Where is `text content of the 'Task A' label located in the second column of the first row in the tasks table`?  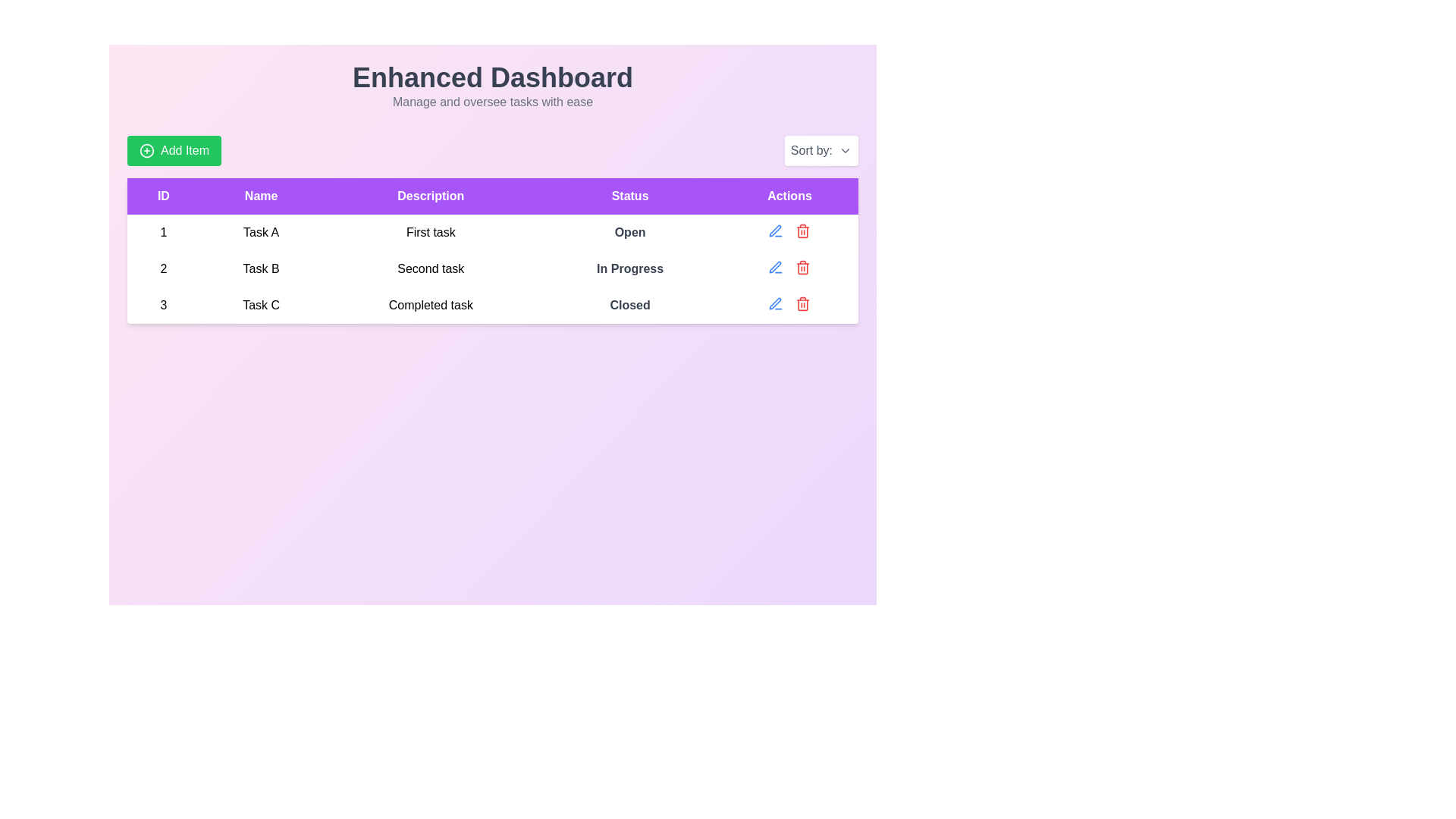 text content of the 'Task A' label located in the second column of the first row in the tasks table is located at coordinates (261, 233).